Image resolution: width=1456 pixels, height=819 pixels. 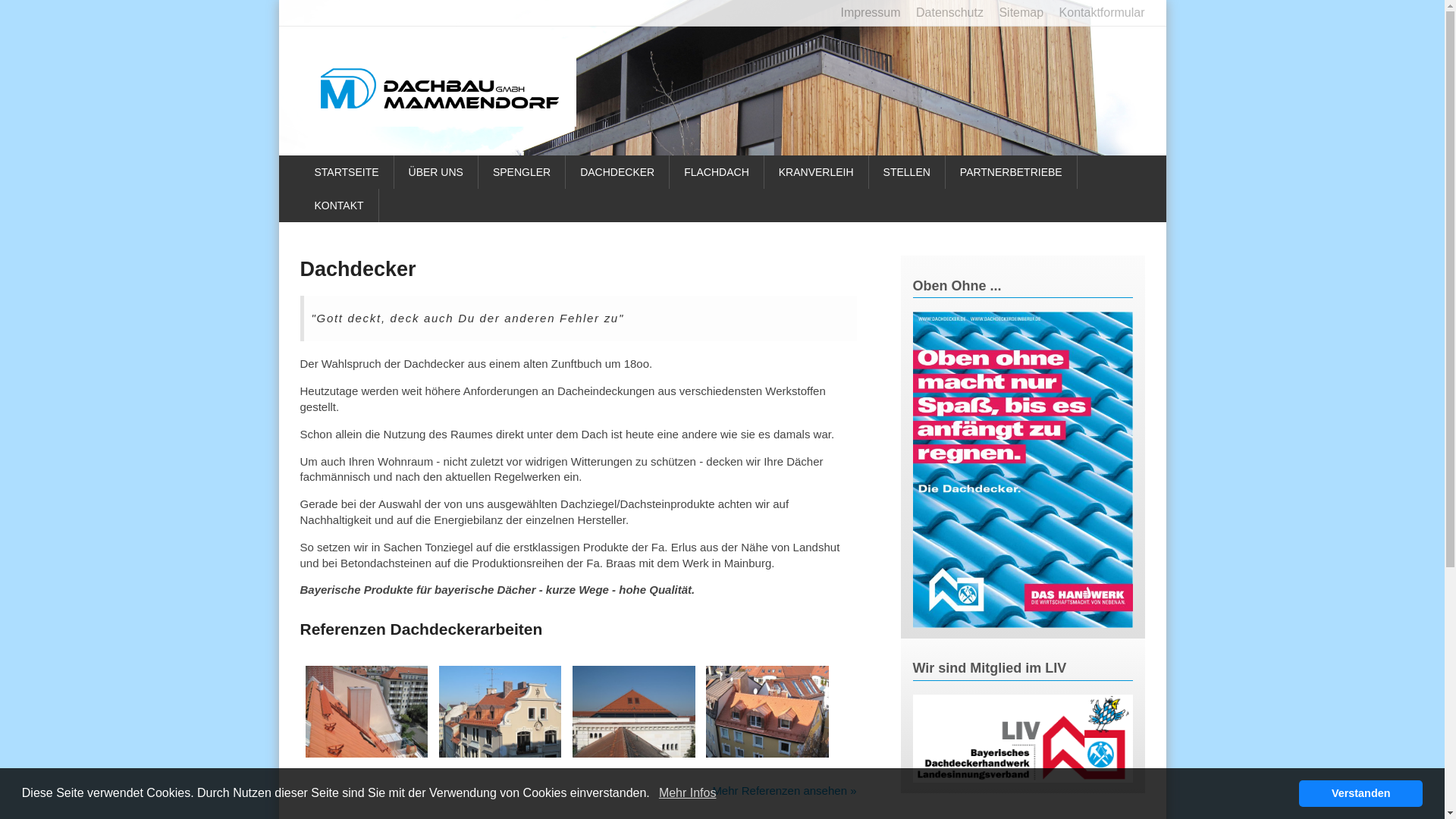 What do you see at coordinates (907, 171) in the screenshot?
I see `'STELLEN'` at bounding box center [907, 171].